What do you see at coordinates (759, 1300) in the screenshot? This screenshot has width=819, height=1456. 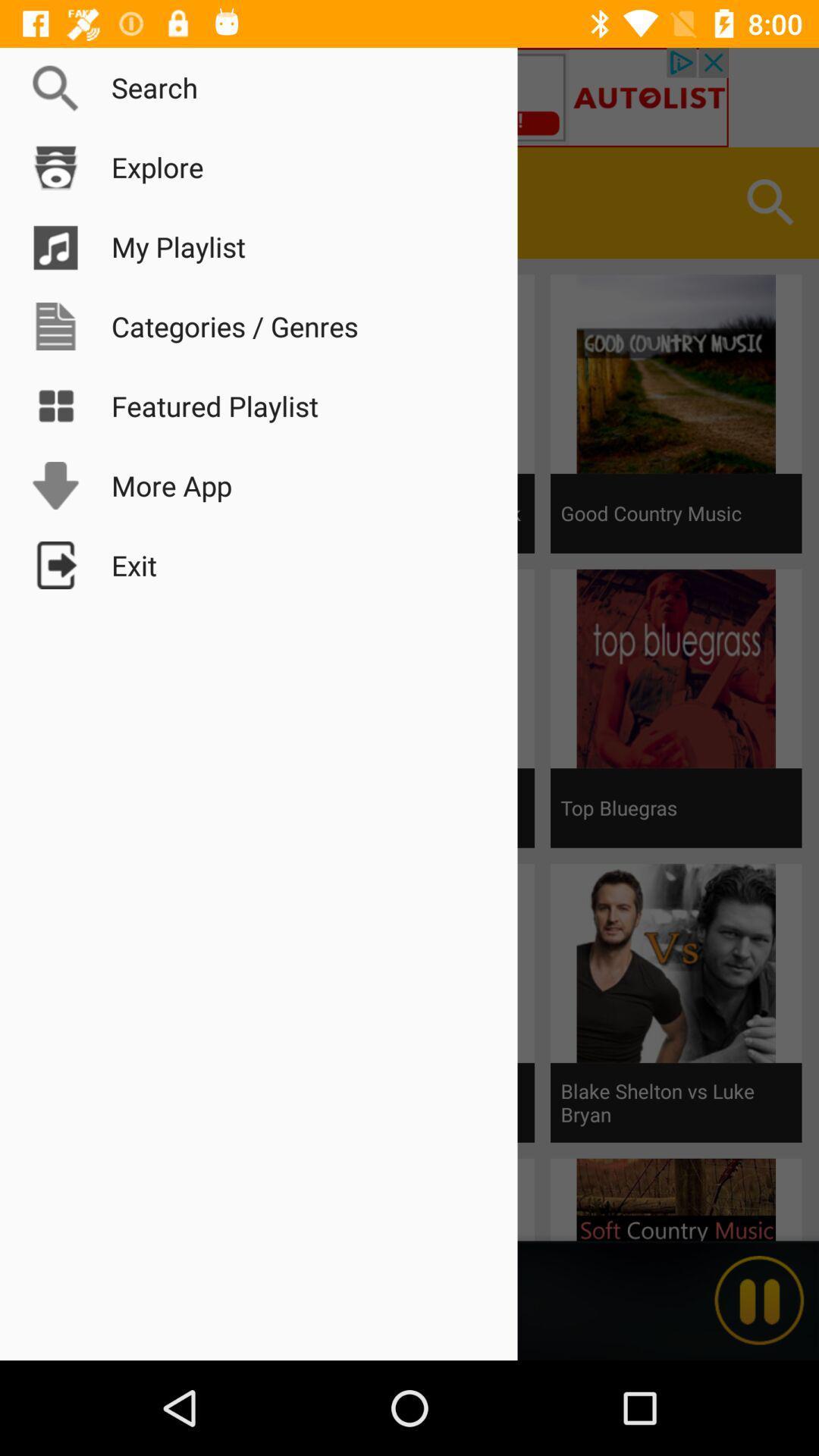 I see `the pause icon` at bounding box center [759, 1300].